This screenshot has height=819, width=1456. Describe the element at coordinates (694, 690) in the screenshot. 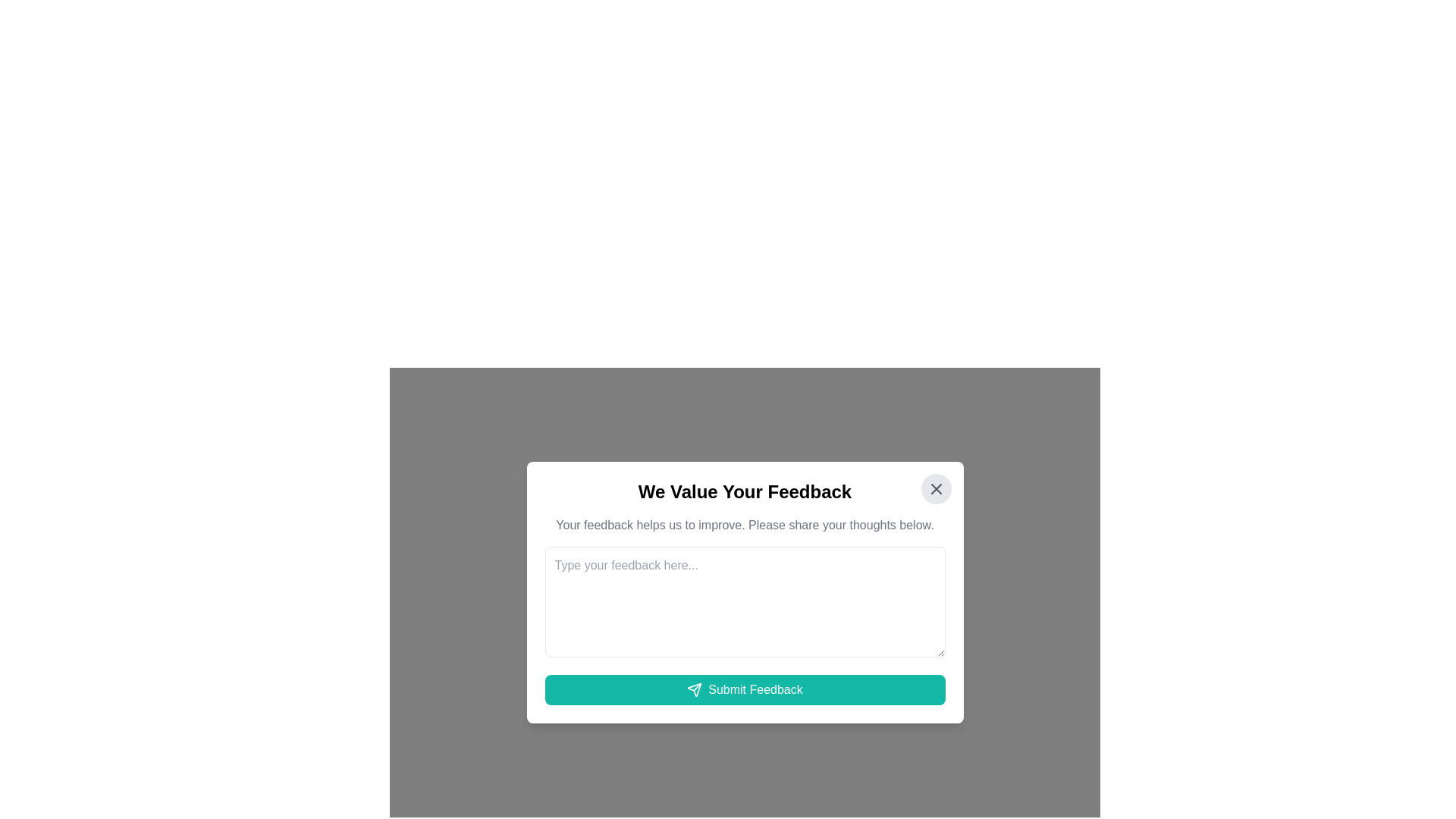

I see `the 'Submit Feedback' button located at the bottom center of the feedback modal window, which is adjacent to the 'send' icon` at that location.